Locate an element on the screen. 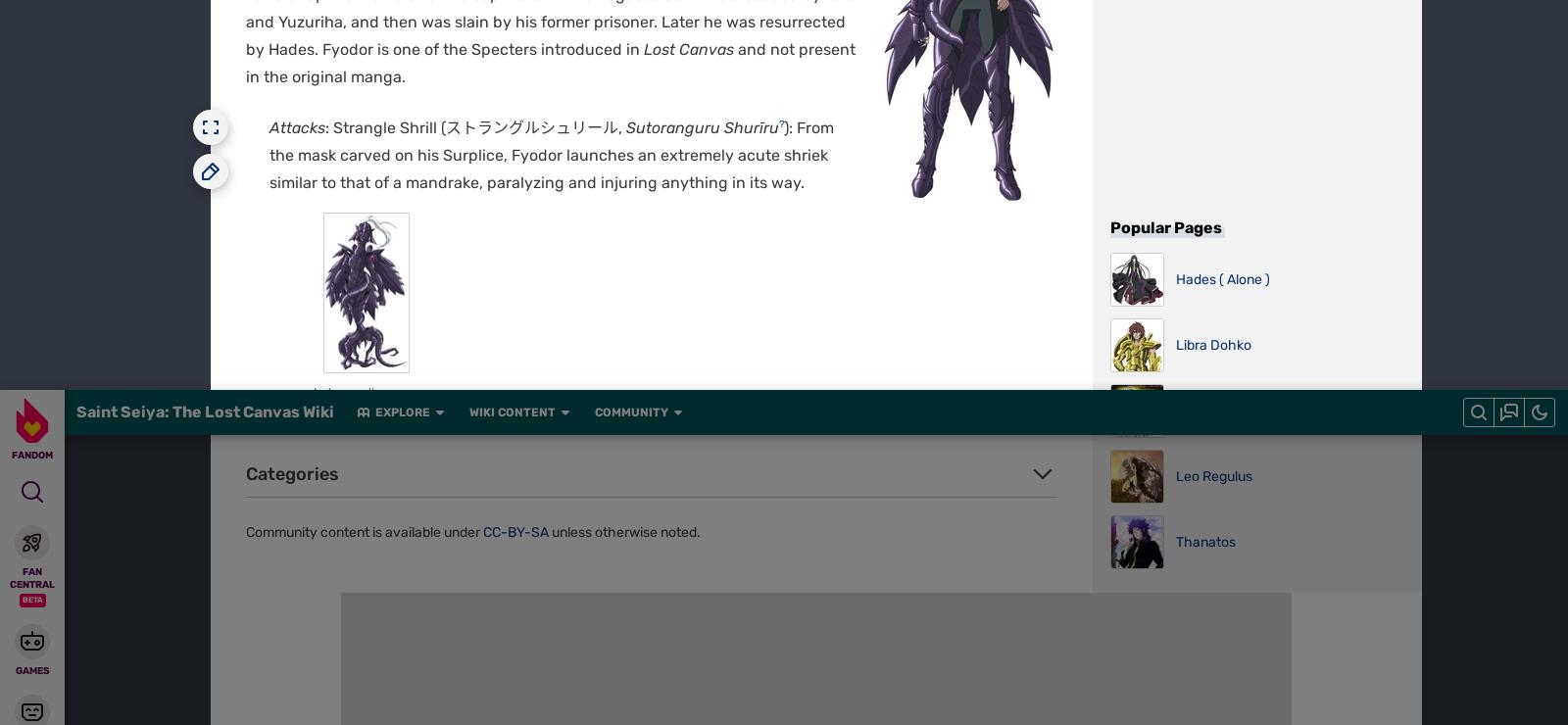 The image size is (1568, 725). 'Careers' is located at coordinates (604, 12).